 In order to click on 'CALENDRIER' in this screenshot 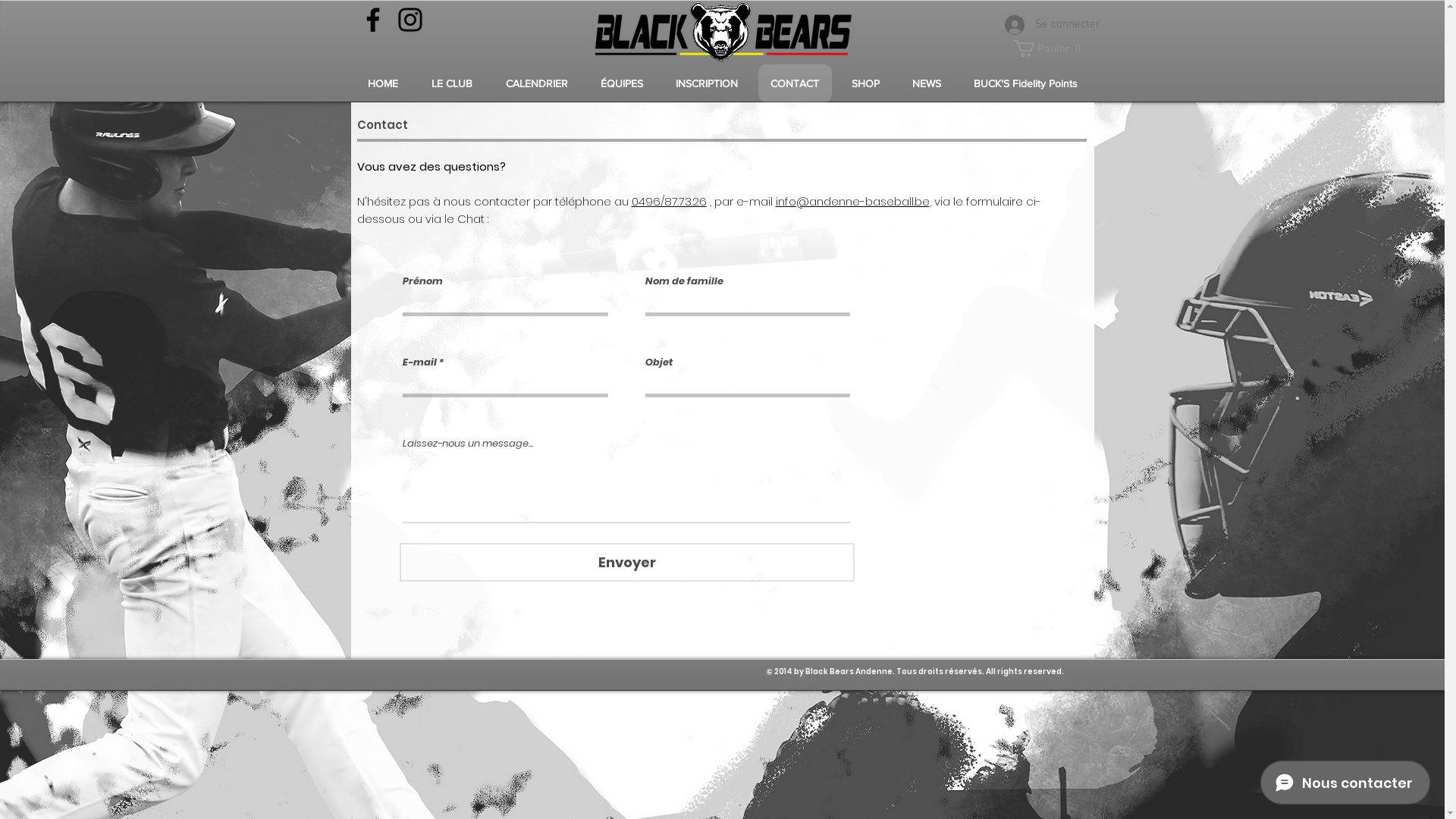, I will do `click(537, 83)`.